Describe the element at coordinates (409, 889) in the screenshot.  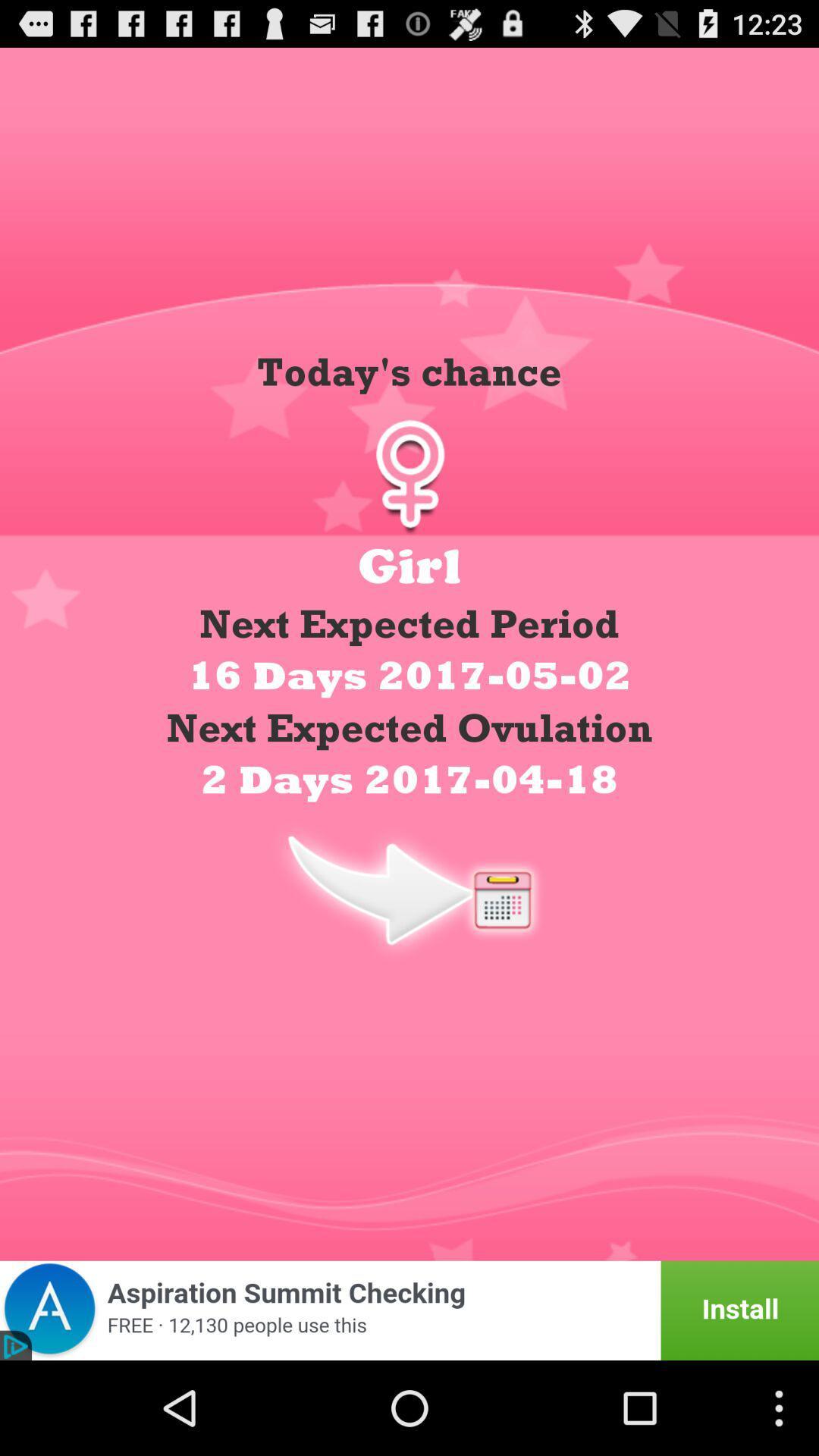
I see `calculater` at that location.